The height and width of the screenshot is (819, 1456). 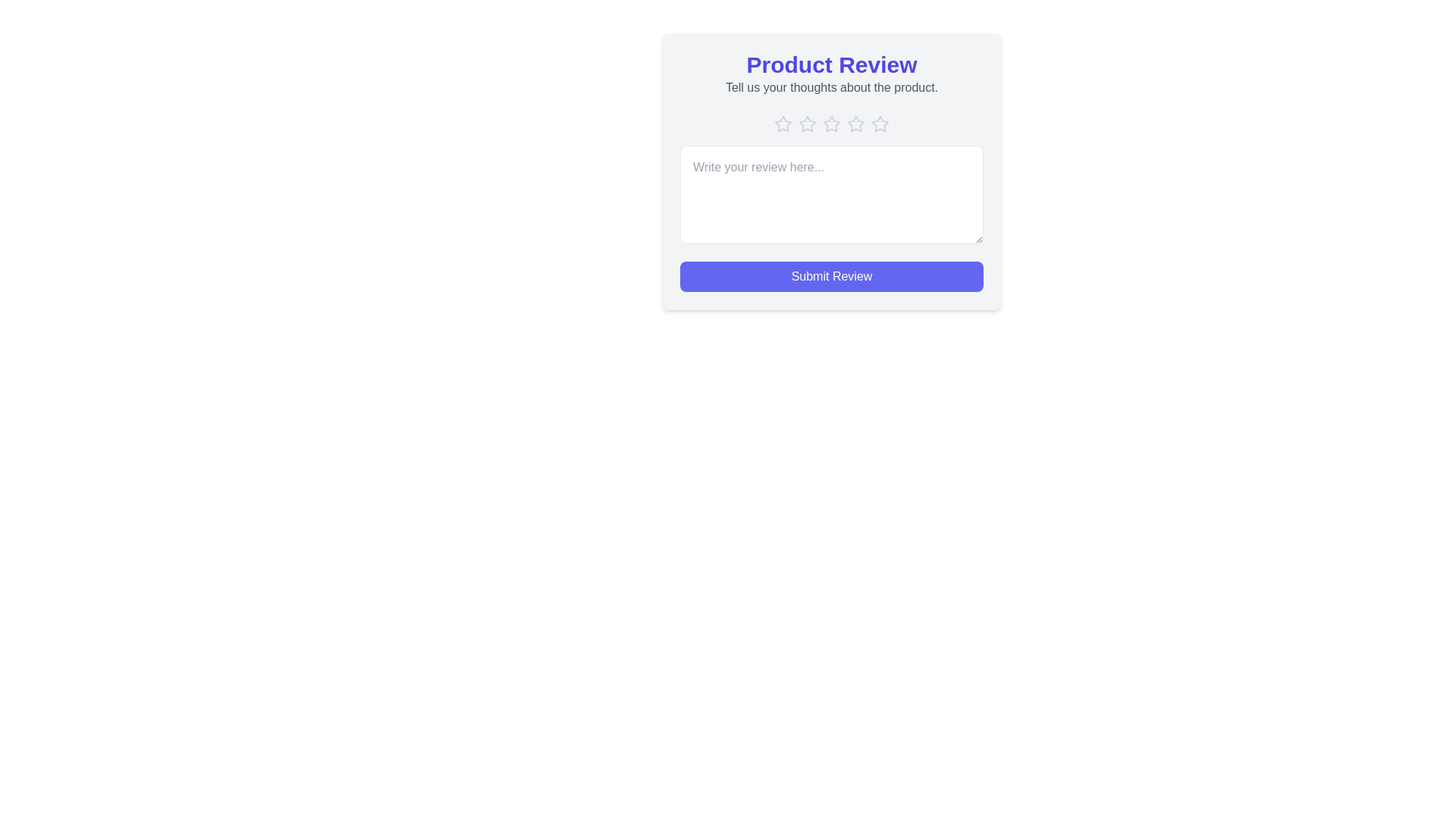 I want to click on the Header section titled 'Product Review' which includes a subtitle 'Tell us your thoughts about the product.', so click(x=831, y=74).